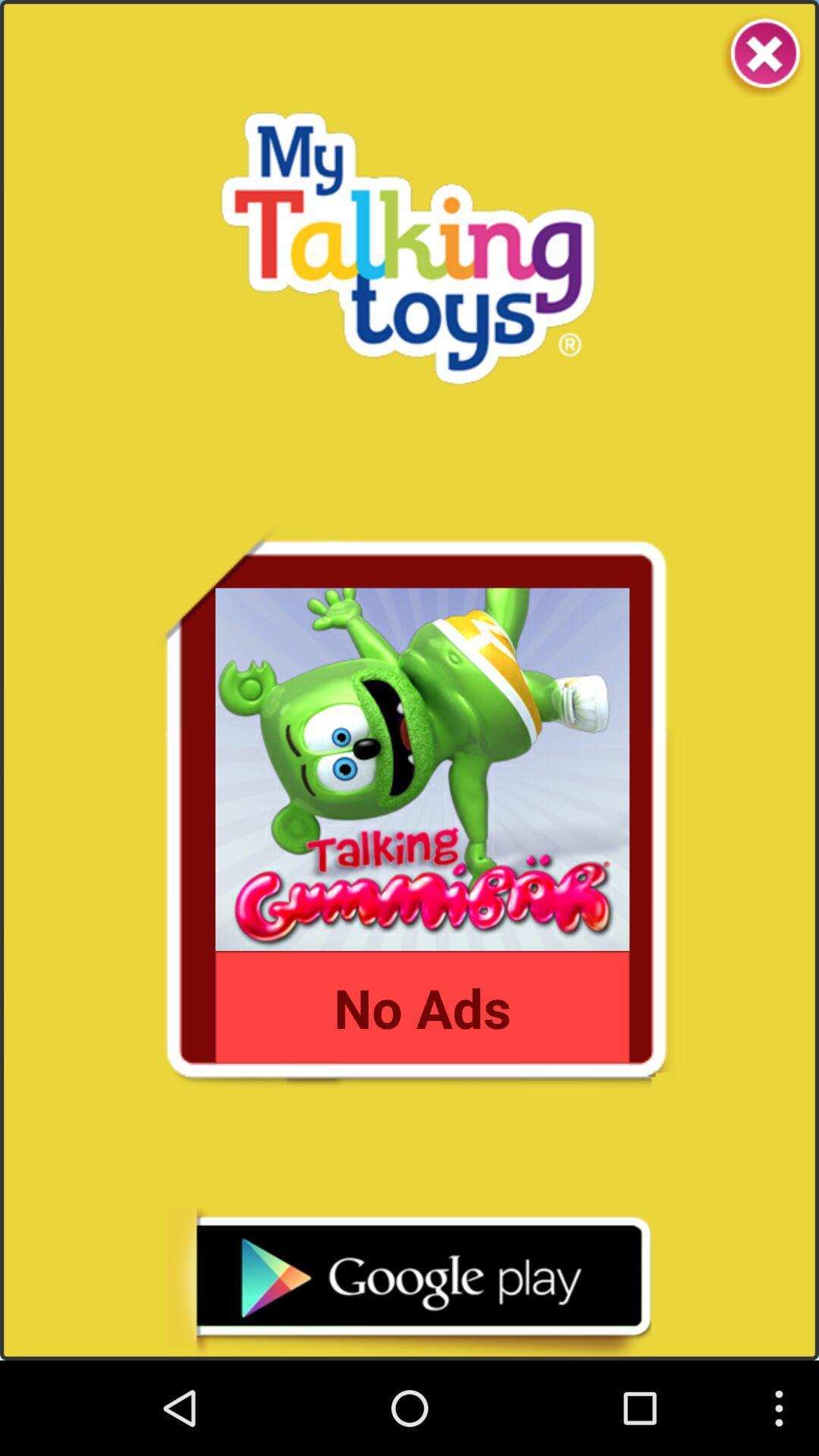 The width and height of the screenshot is (819, 1456). What do you see at coordinates (408, 1282) in the screenshot?
I see `open google play` at bounding box center [408, 1282].